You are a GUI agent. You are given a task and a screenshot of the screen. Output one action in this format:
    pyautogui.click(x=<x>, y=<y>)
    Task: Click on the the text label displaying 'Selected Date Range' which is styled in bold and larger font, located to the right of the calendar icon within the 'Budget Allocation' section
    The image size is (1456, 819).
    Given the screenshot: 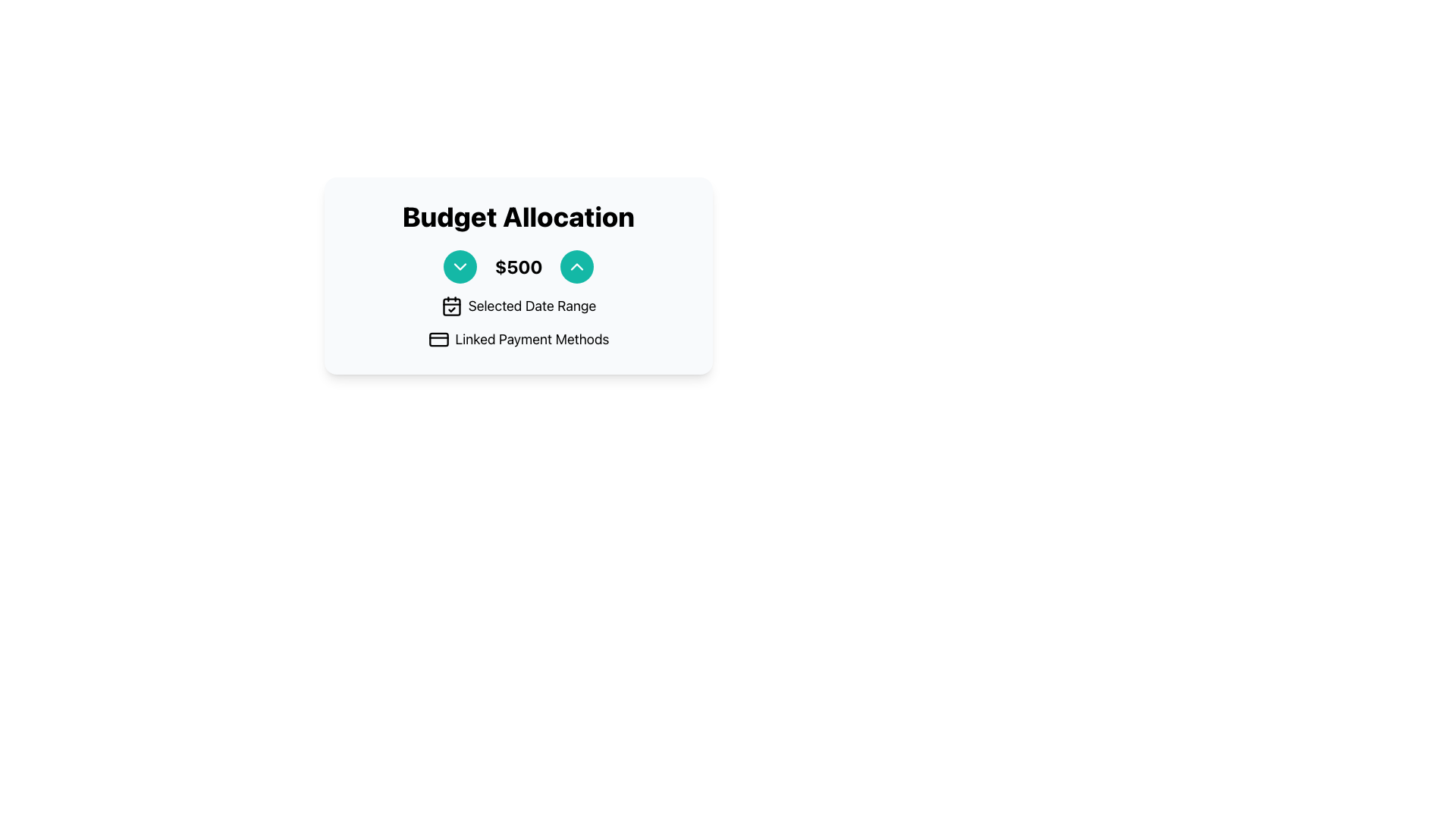 What is the action you would take?
    pyautogui.click(x=532, y=306)
    